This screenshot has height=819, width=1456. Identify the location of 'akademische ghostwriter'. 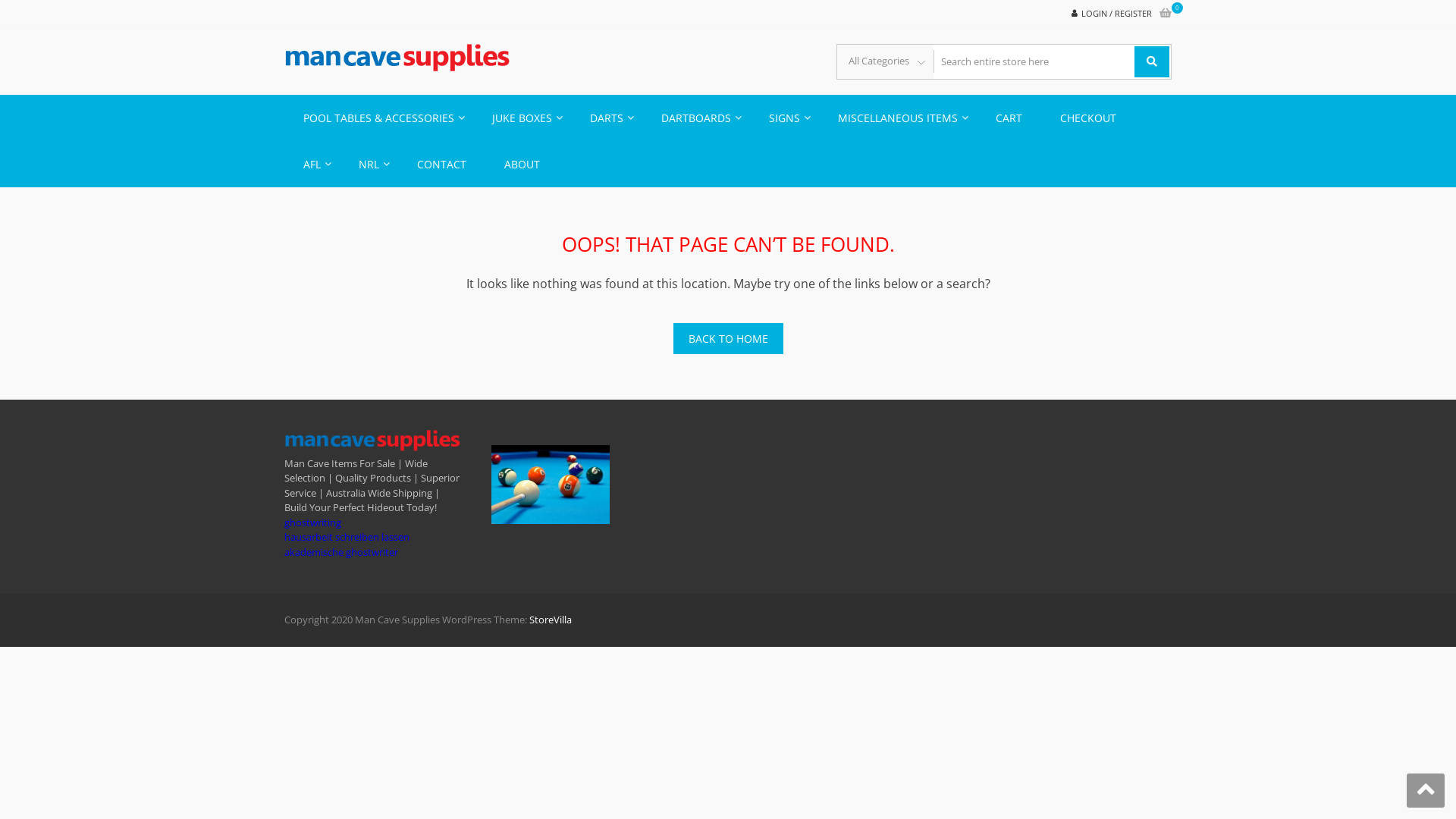
(284, 552).